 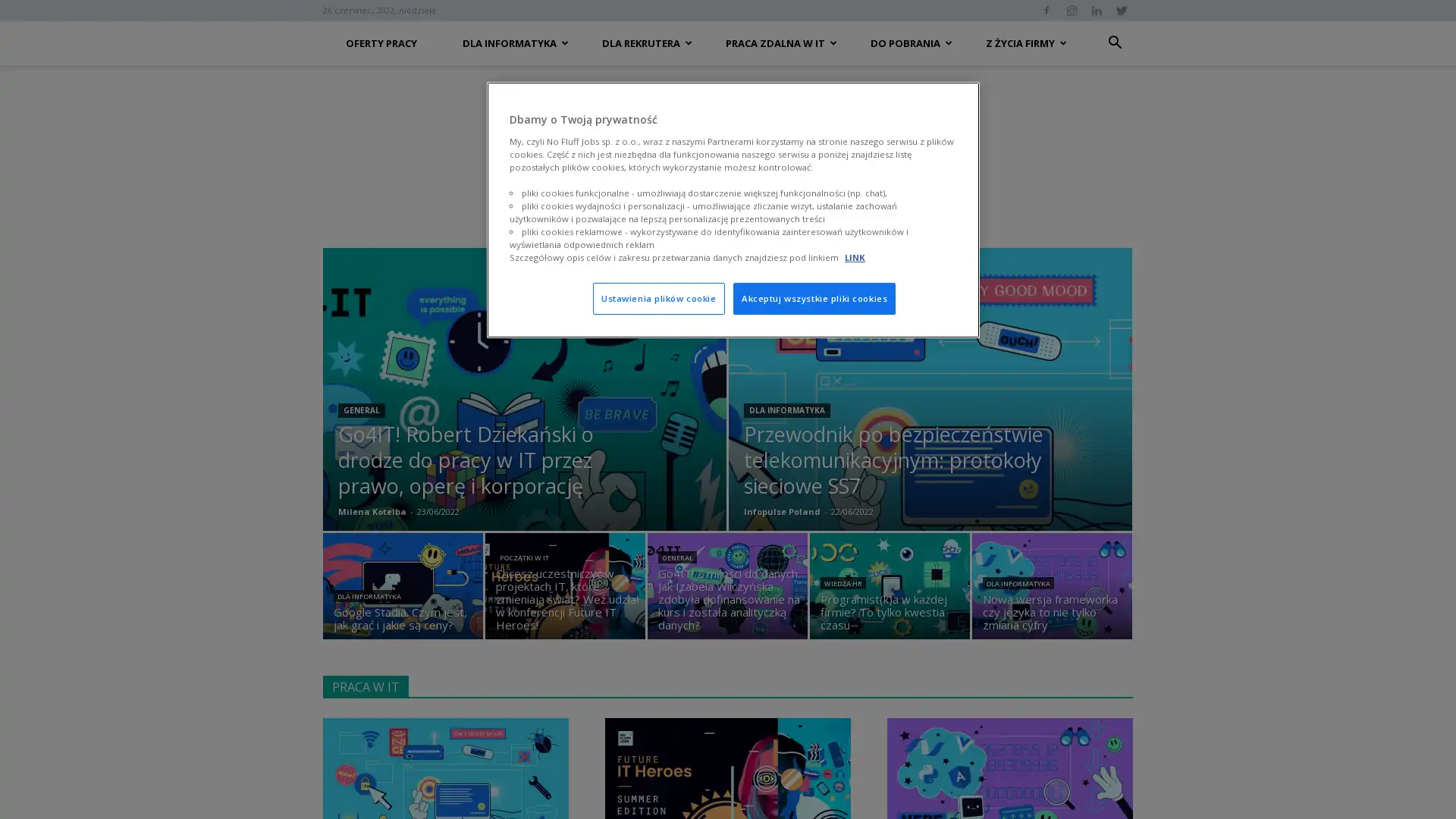 What do you see at coordinates (658, 298) in the screenshot?
I see `Ustawienia plikow cookie` at bounding box center [658, 298].